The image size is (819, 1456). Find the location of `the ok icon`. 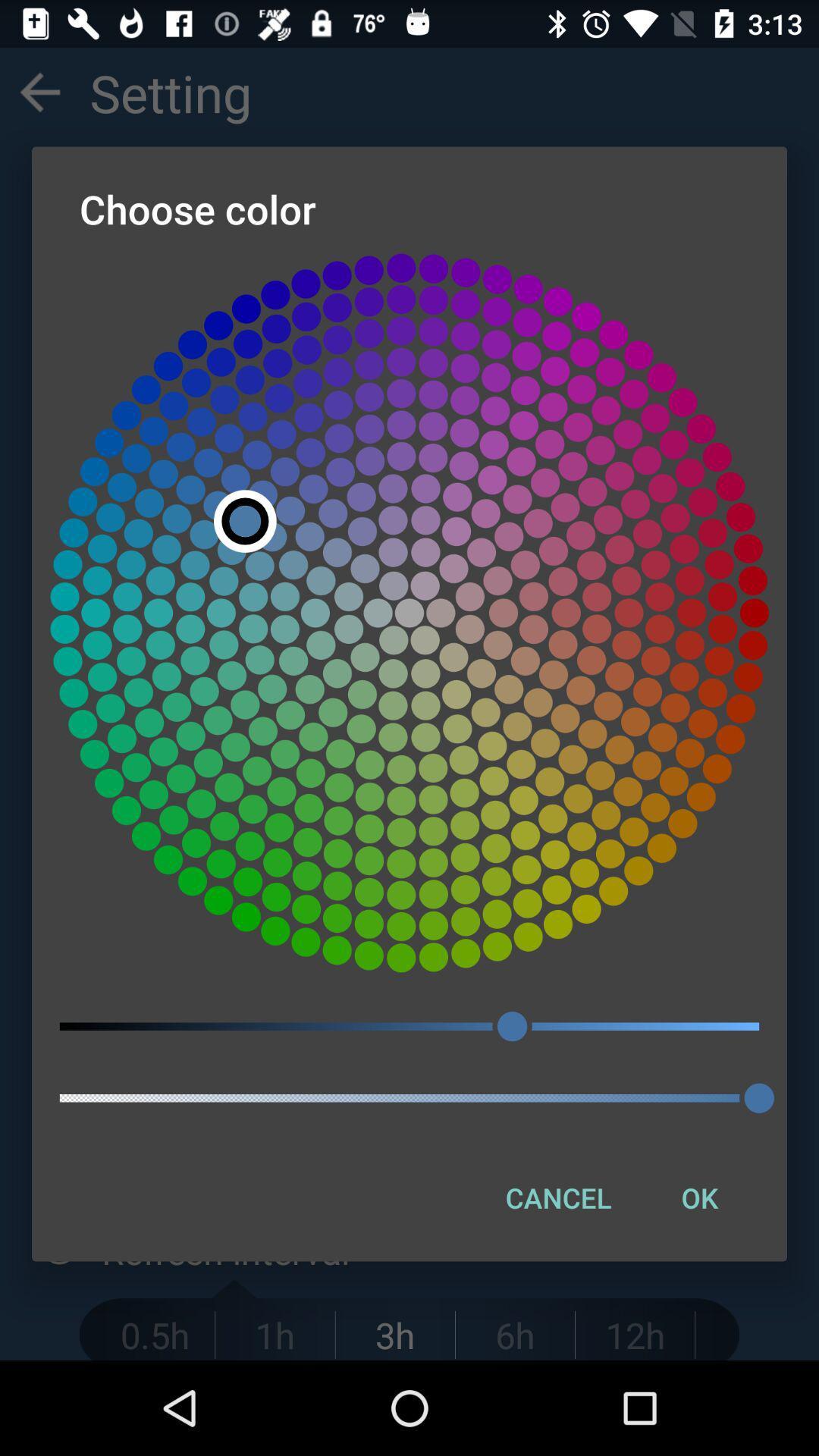

the ok icon is located at coordinates (699, 1197).